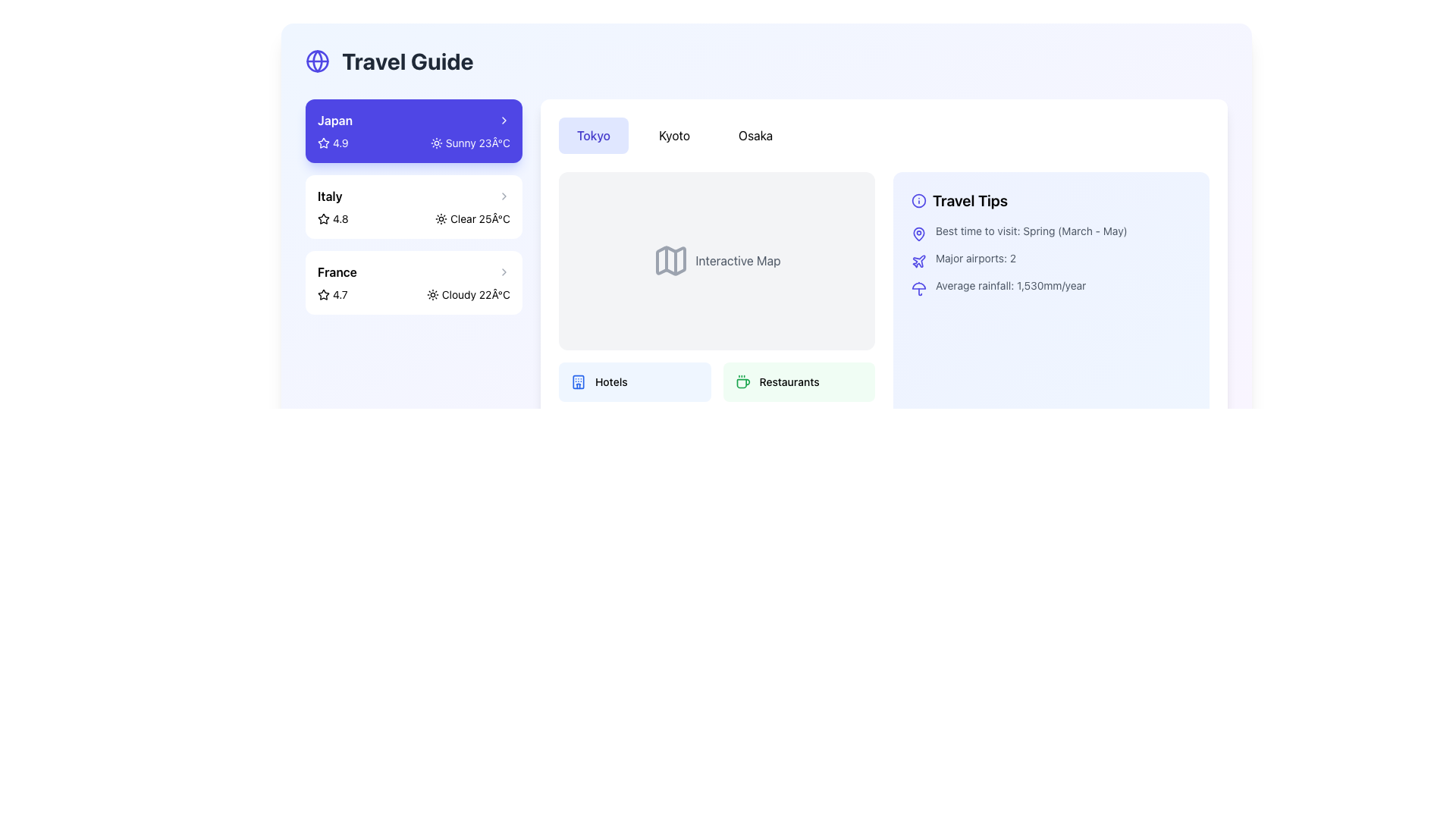 Image resolution: width=1456 pixels, height=819 pixels. I want to click on the small chevron-right icon on the blue background within the 'Japan' button in the 'Travel Guide' section, so click(504, 119).